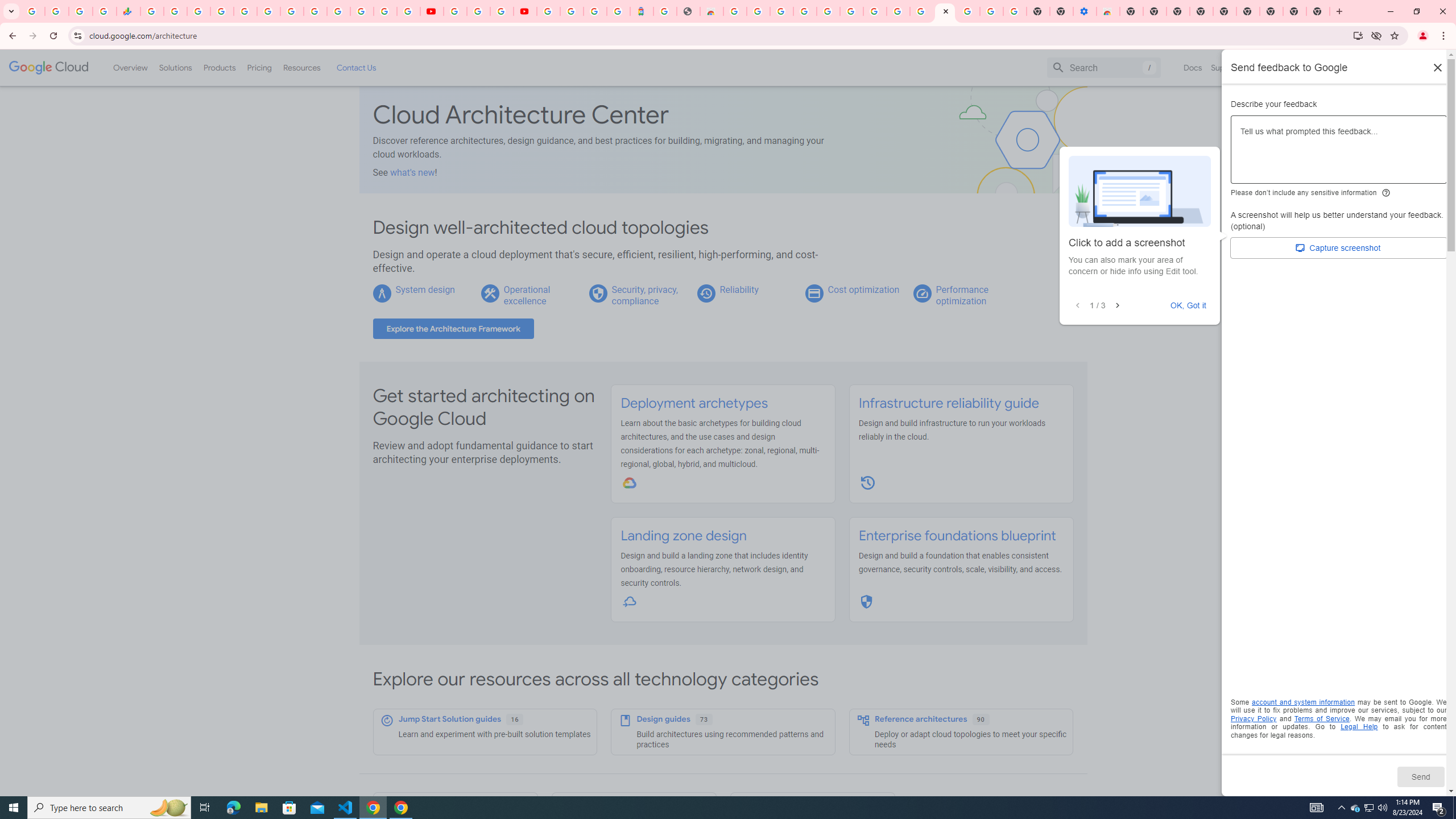  What do you see at coordinates (955, 536) in the screenshot?
I see `'Enterprise foundations blueprint'` at bounding box center [955, 536].